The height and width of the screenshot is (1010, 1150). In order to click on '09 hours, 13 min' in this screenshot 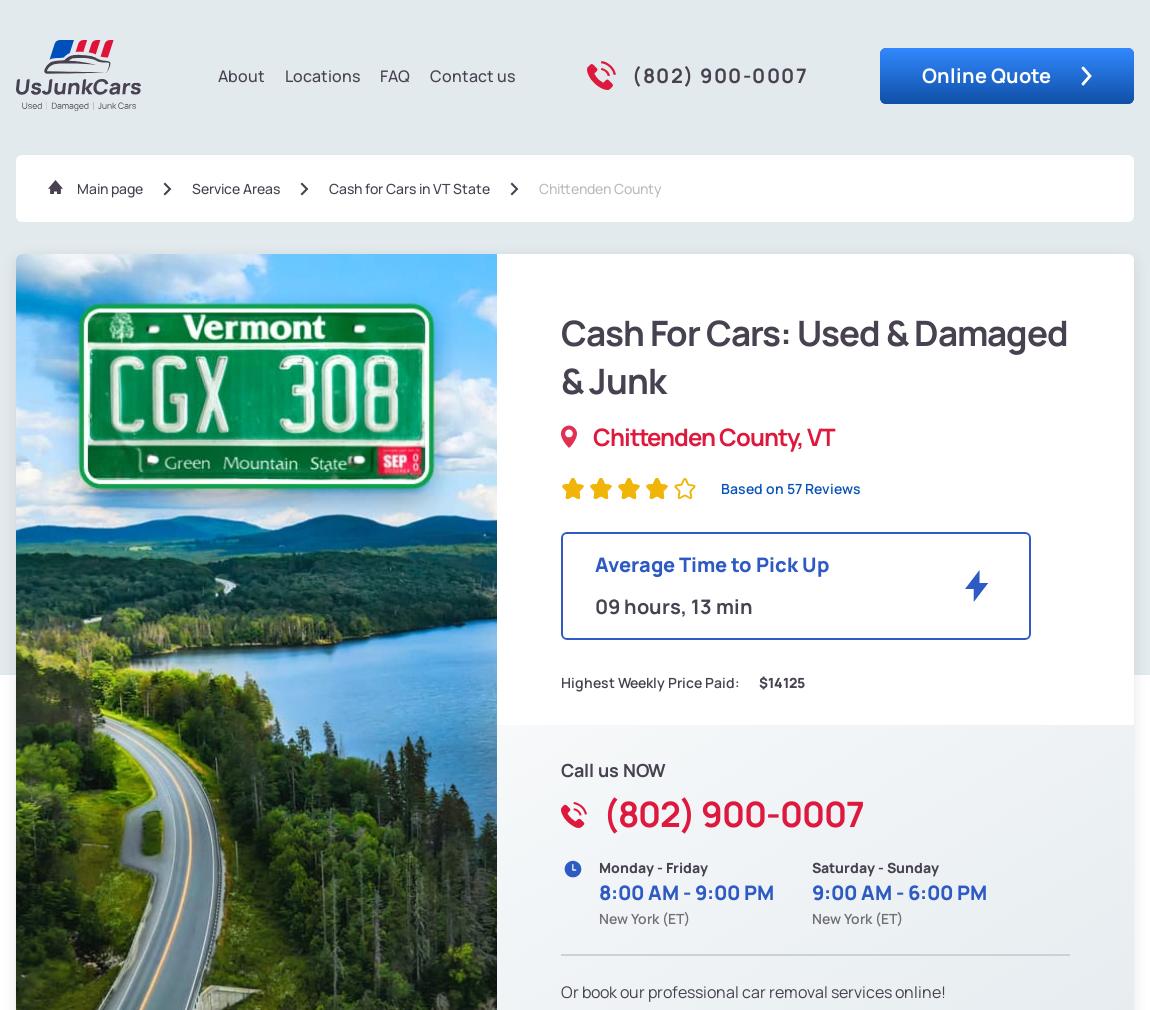, I will do `click(592, 604)`.